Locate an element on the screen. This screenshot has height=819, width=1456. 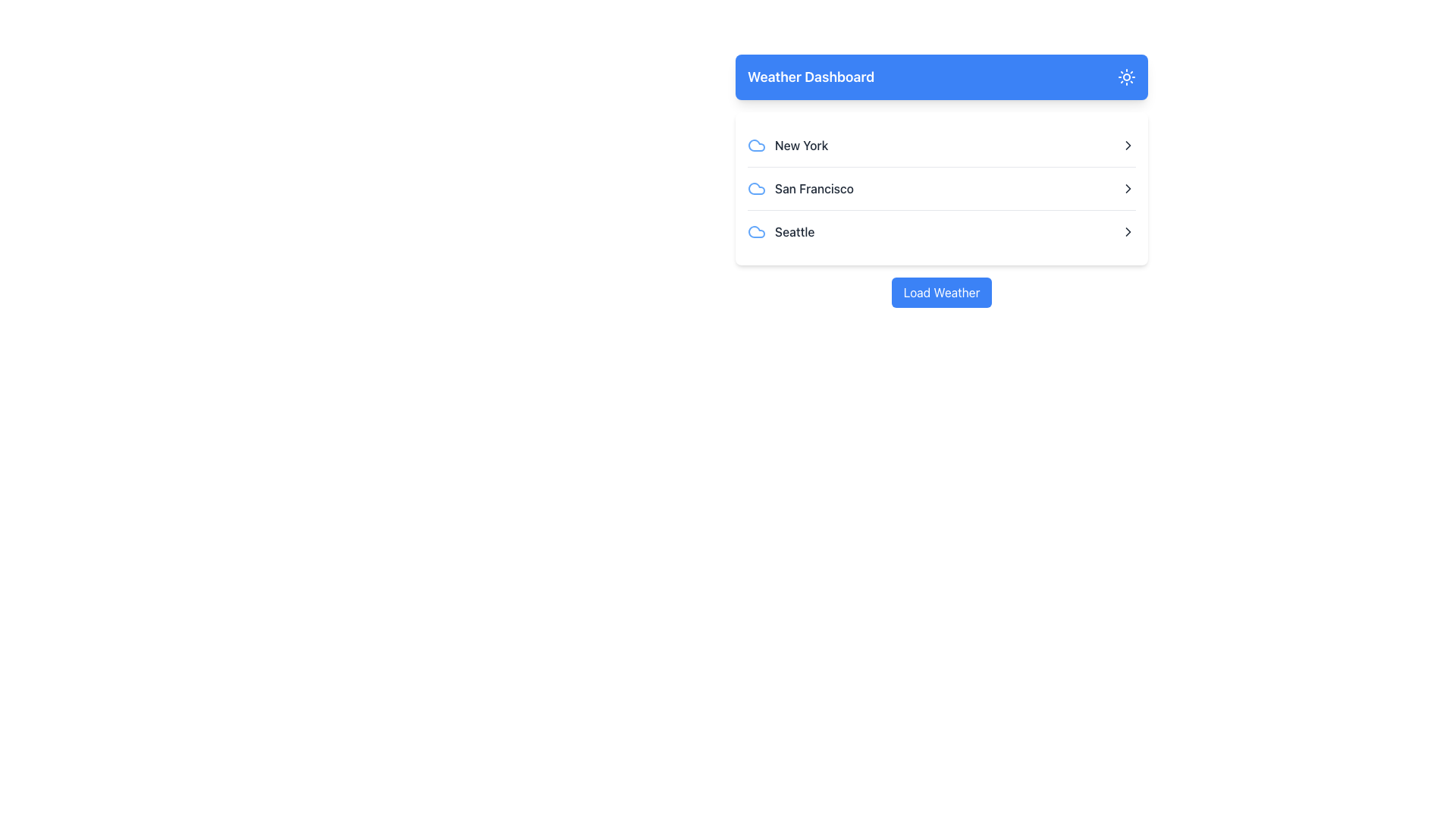
the Chevron icon located at the right edge of the list item labeled 'Seattle' is located at coordinates (1128, 231).